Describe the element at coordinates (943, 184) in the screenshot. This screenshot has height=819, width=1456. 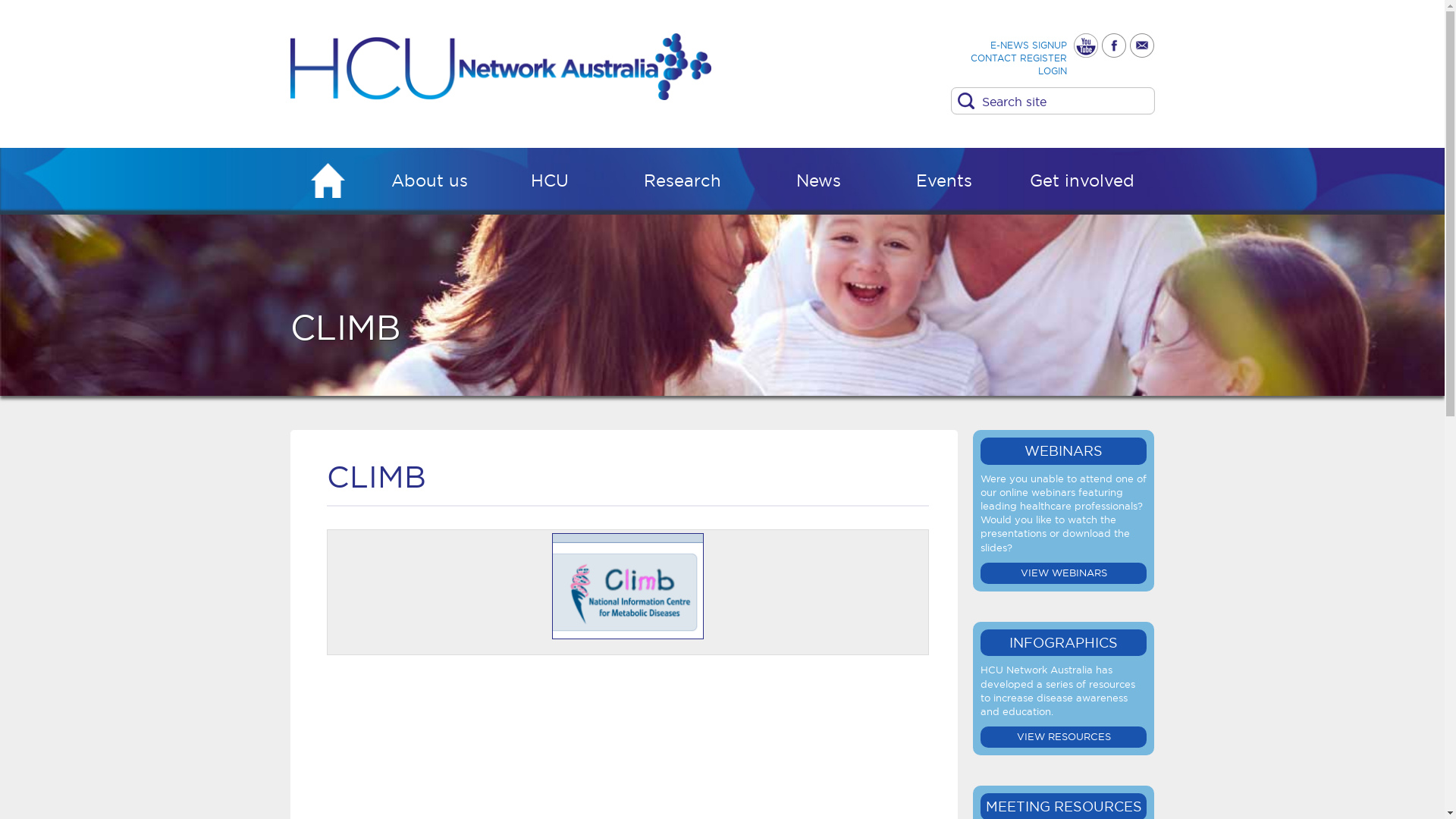
I see `'Events'` at that location.